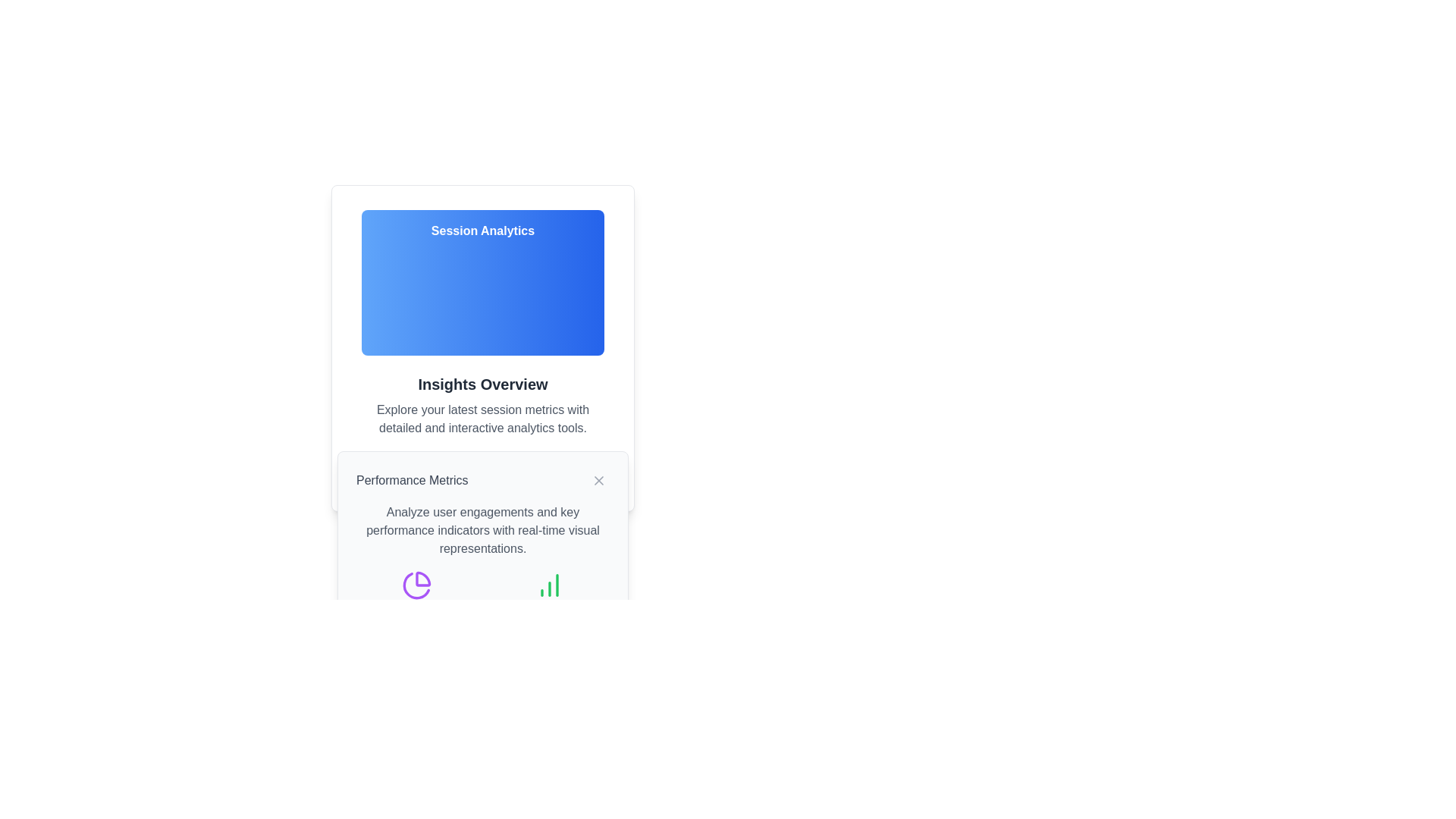  I want to click on the title banner for 'Session Analytics' located above 'Insights Overview' in the interface, so click(482, 283).